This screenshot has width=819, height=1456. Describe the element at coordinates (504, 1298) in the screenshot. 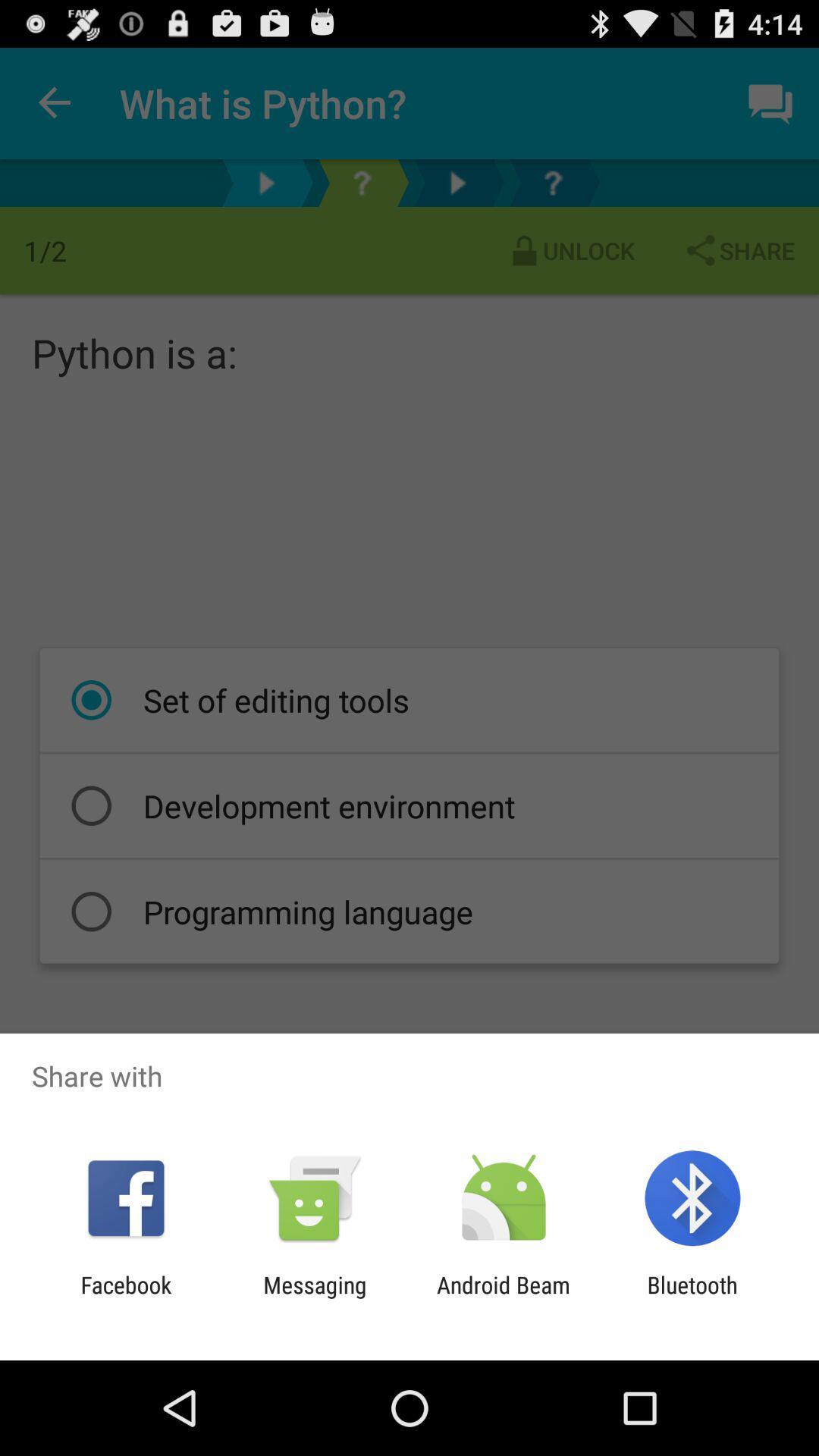

I see `app to the right of messaging item` at that location.